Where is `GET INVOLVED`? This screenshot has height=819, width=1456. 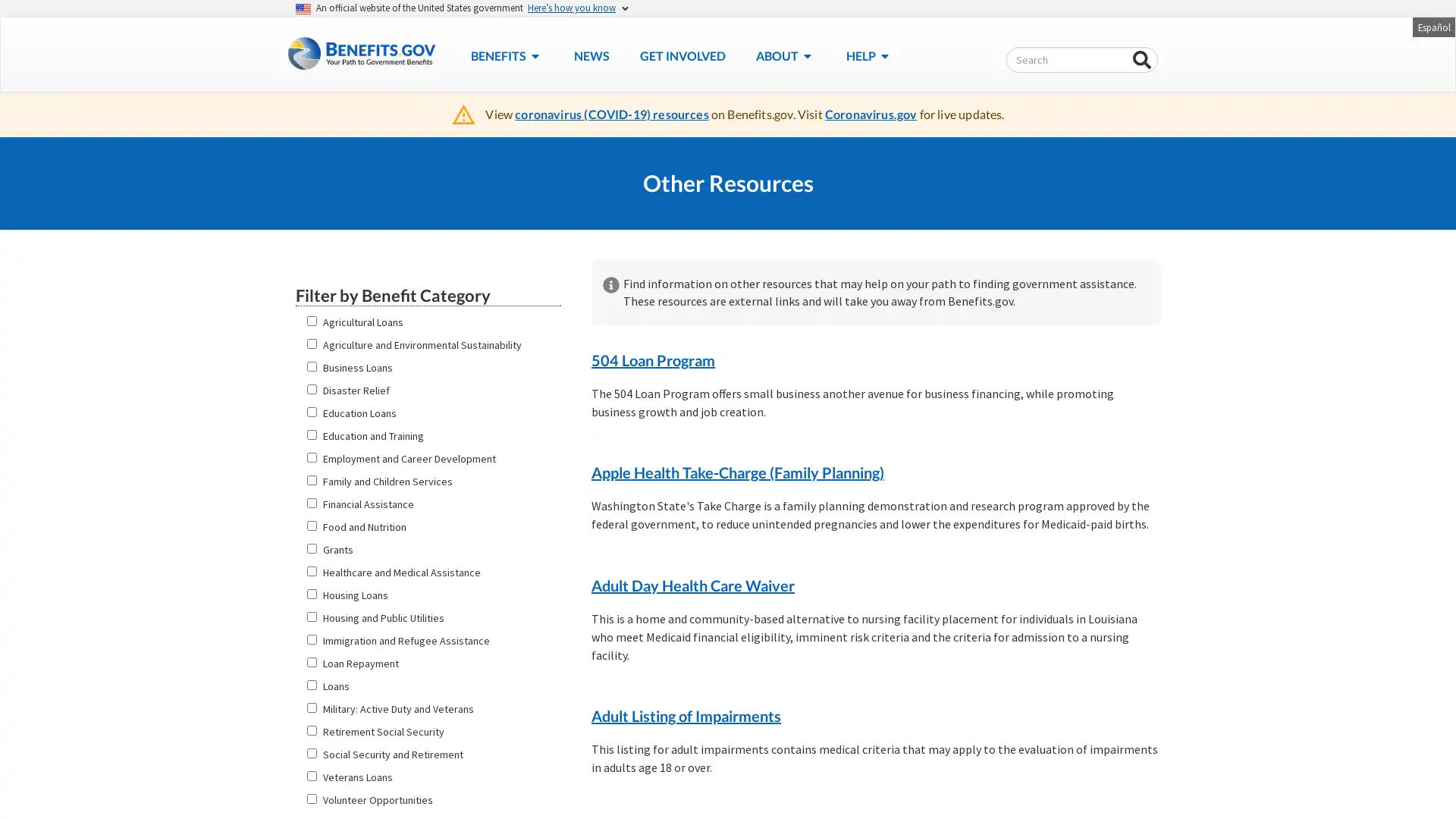
GET INVOLVED is located at coordinates (681, 55).